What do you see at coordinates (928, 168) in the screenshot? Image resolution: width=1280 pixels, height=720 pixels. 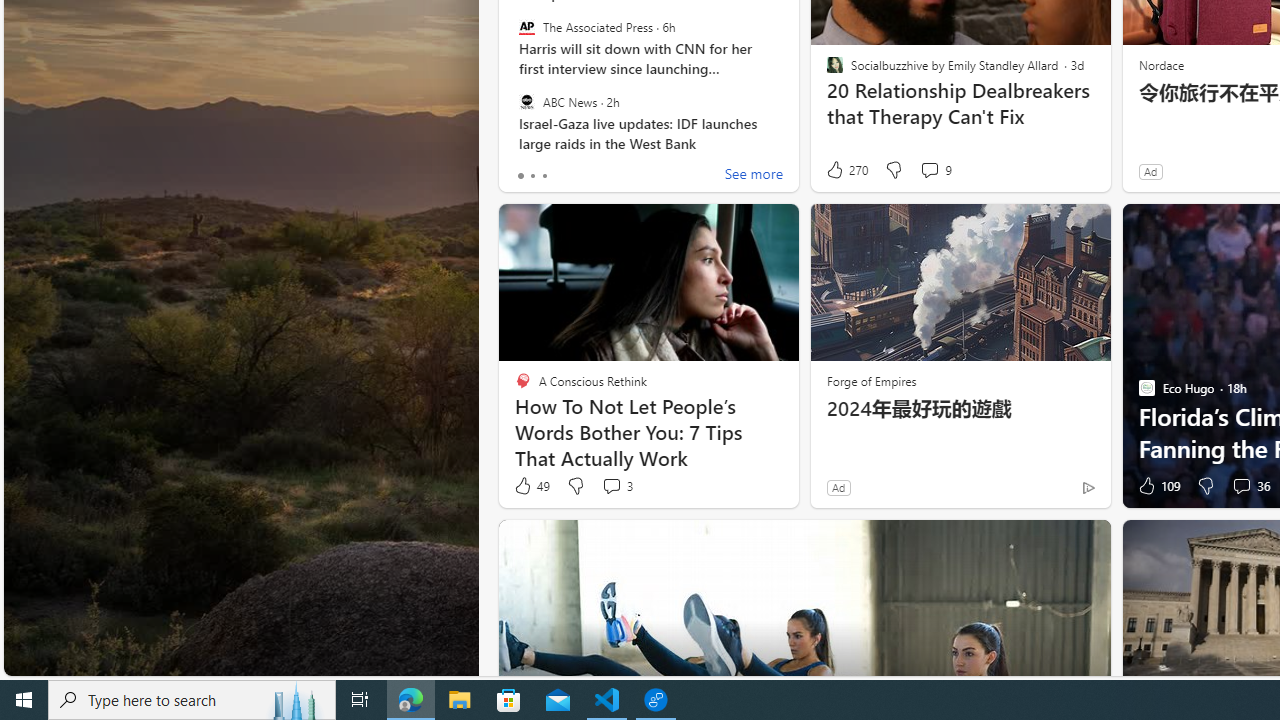 I see `'View comments 9 Comment'` at bounding box center [928, 168].